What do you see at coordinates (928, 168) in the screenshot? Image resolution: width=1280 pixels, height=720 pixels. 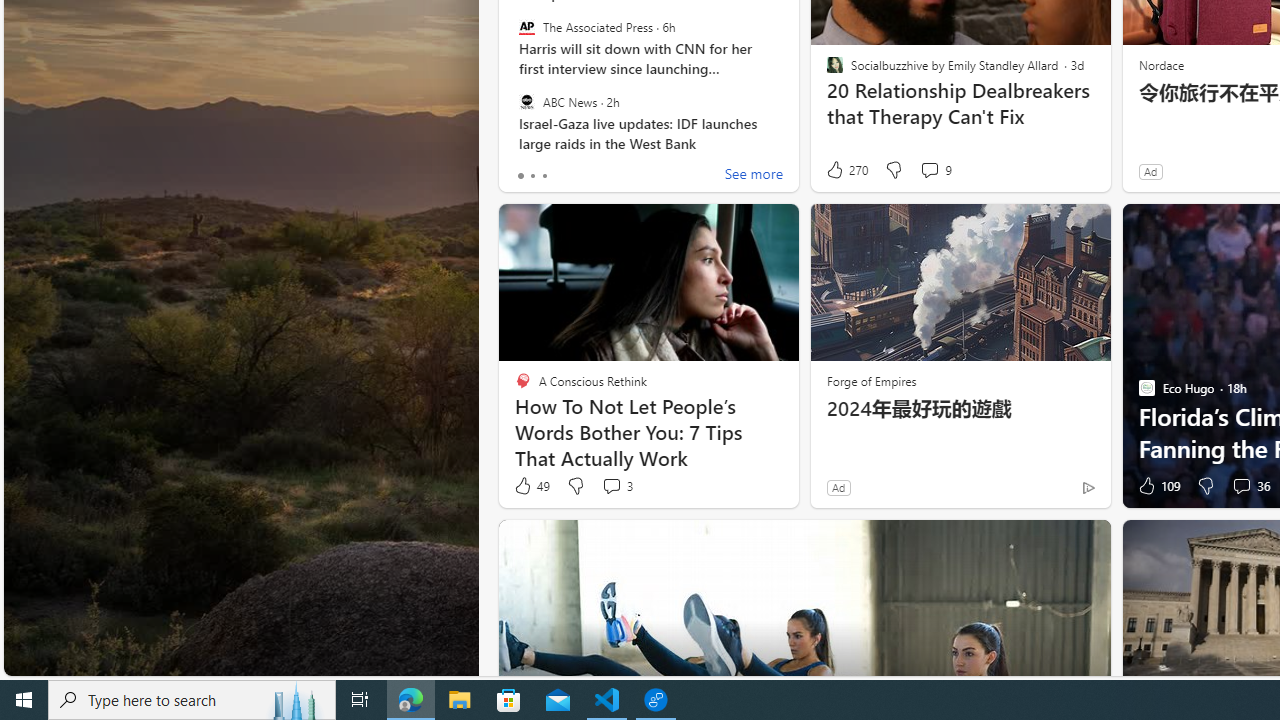 I see `'View comments 9 Comment'` at bounding box center [928, 168].